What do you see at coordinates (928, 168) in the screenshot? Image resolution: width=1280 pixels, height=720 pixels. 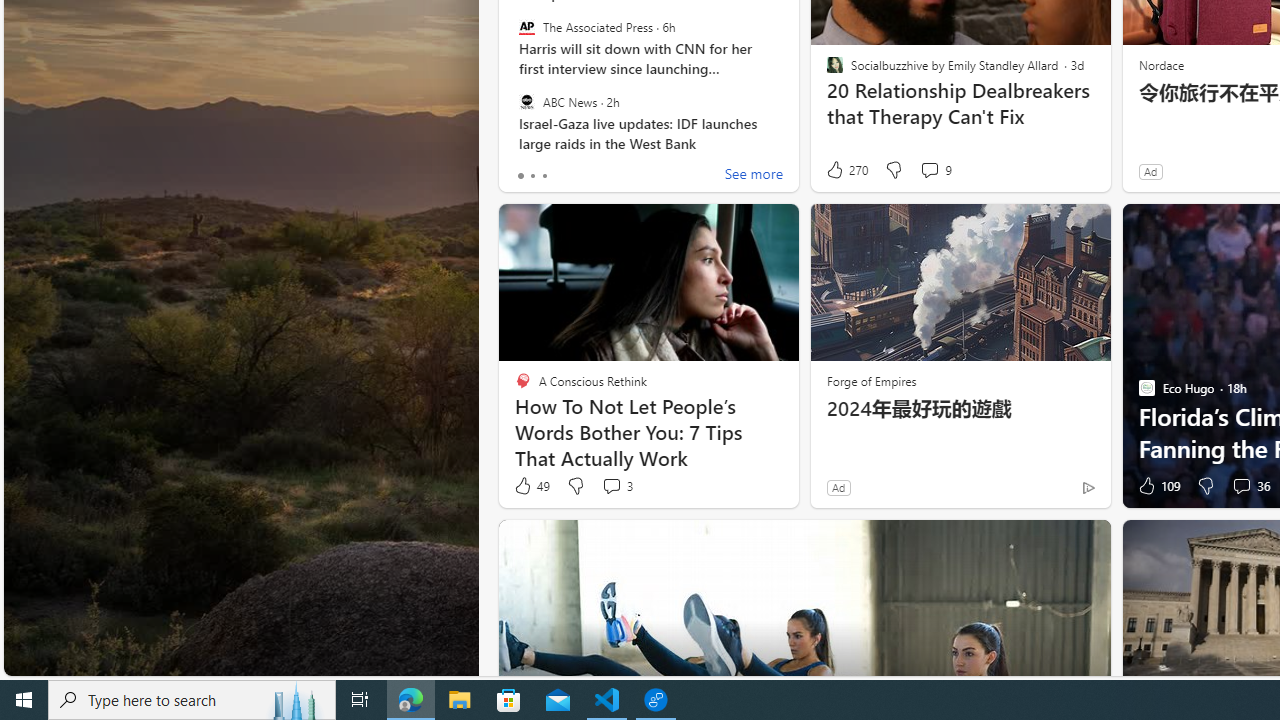 I see `'View comments 9 Comment'` at bounding box center [928, 168].